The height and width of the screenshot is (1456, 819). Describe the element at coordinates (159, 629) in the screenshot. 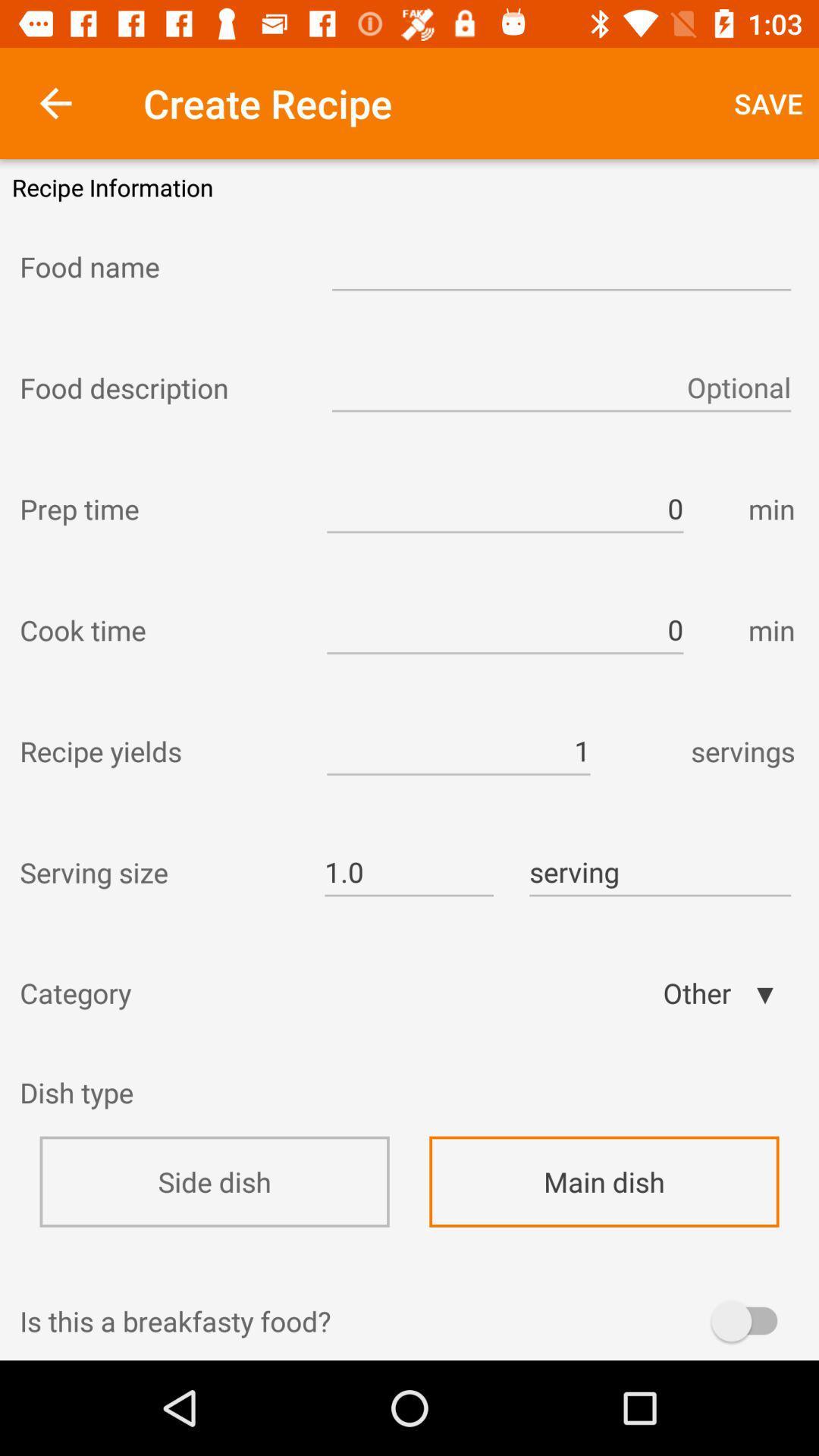

I see `cook time icon` at that location.